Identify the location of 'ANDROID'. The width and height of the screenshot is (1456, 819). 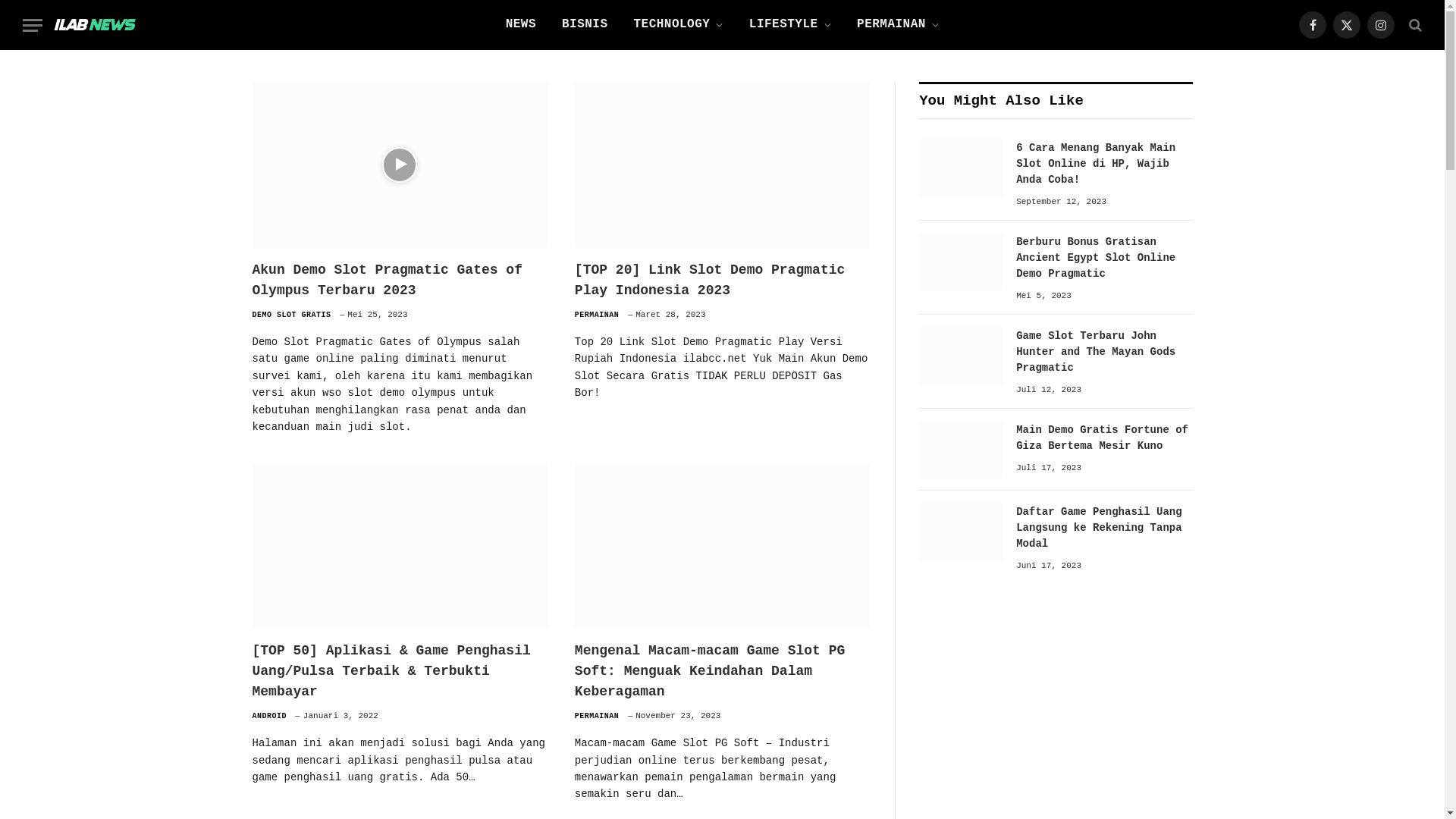
(269, 716).